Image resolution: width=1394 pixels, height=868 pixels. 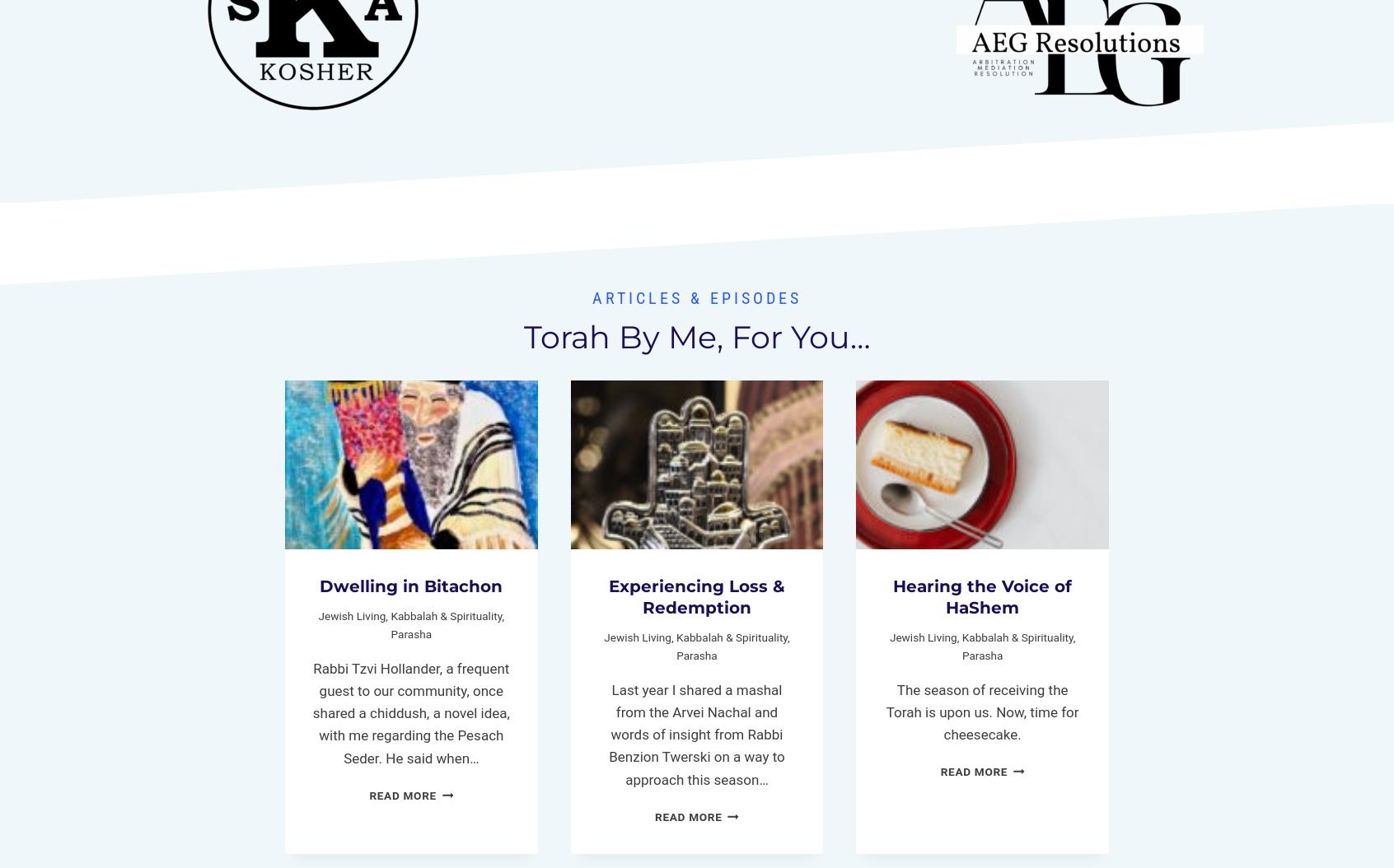 What do you see at coordinates (981, 595) in the screenshot?
I see `'Hearing the Voice of HaShem'` at bounding box center [981, 595].